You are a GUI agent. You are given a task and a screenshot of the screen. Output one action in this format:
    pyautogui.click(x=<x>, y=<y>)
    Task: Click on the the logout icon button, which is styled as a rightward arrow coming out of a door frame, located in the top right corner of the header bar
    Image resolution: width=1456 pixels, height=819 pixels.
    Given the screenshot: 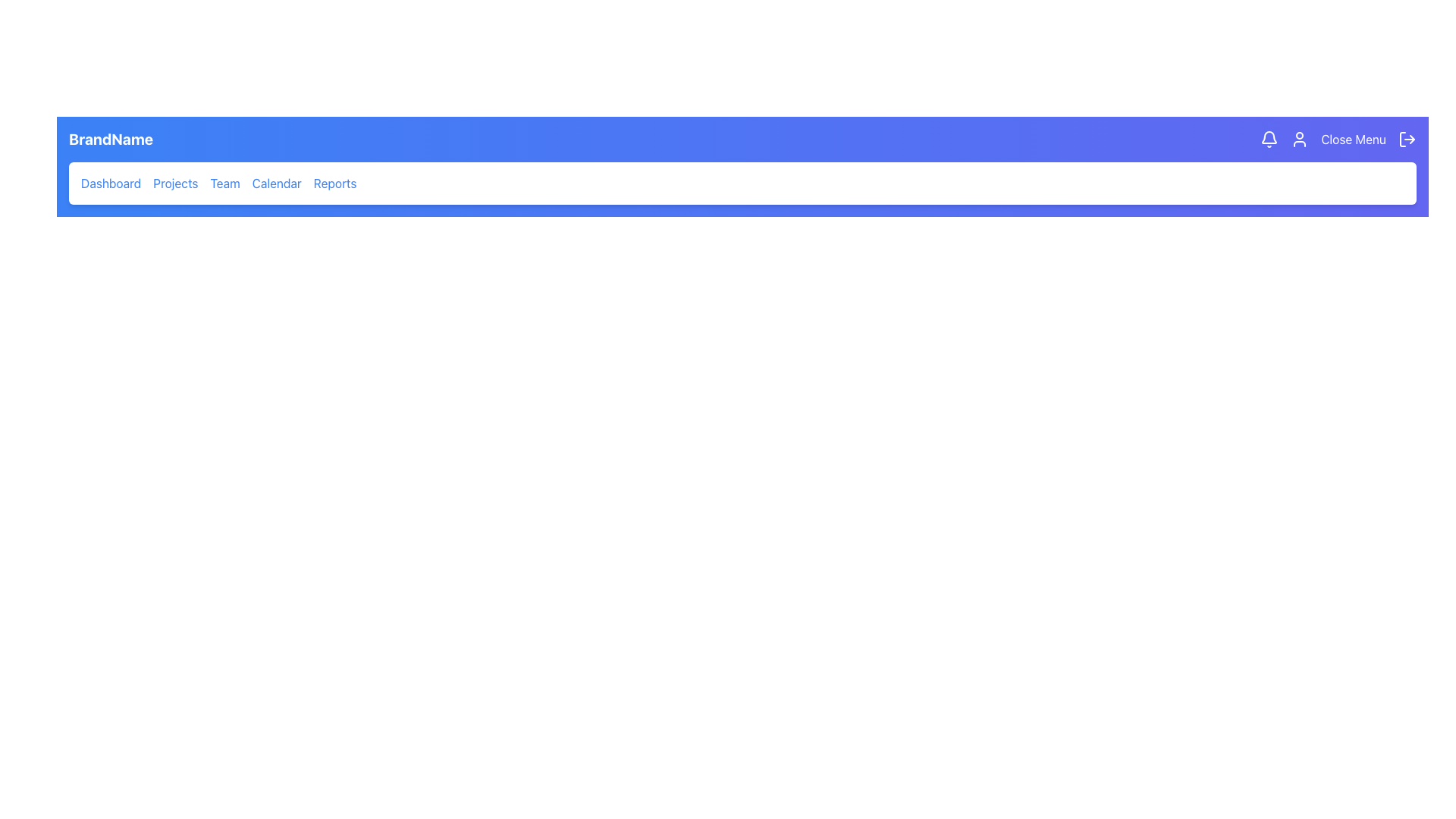 What is the action you would take?
    pyautogui.click(x=1407, y=140)
    